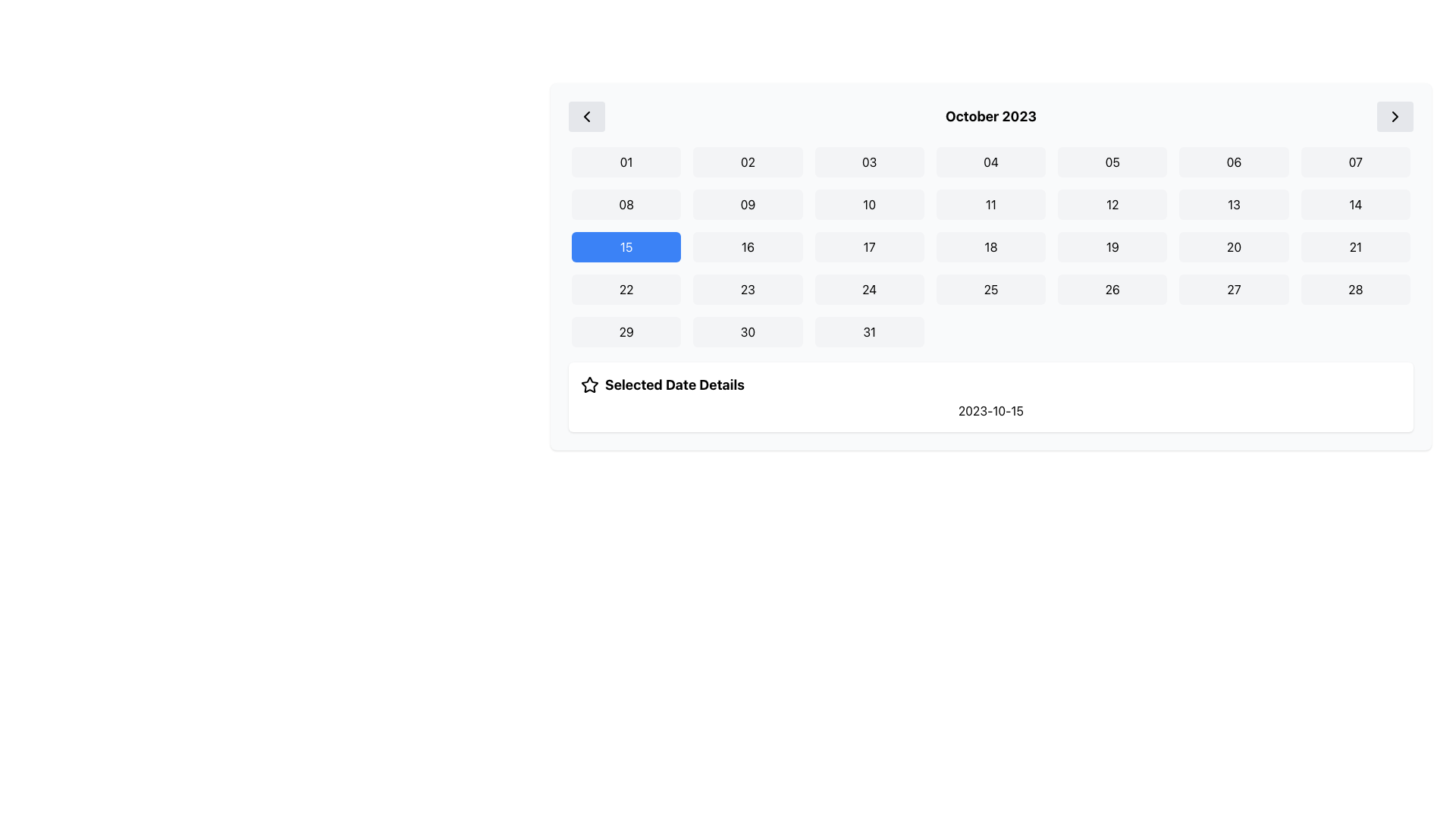 Image resolution: width=1456 pixels, height=819 pixels. Describe the element at coordinates (748, 162) in the screenshot. I see `the button labeled '02' in the calendar grid` at that location.